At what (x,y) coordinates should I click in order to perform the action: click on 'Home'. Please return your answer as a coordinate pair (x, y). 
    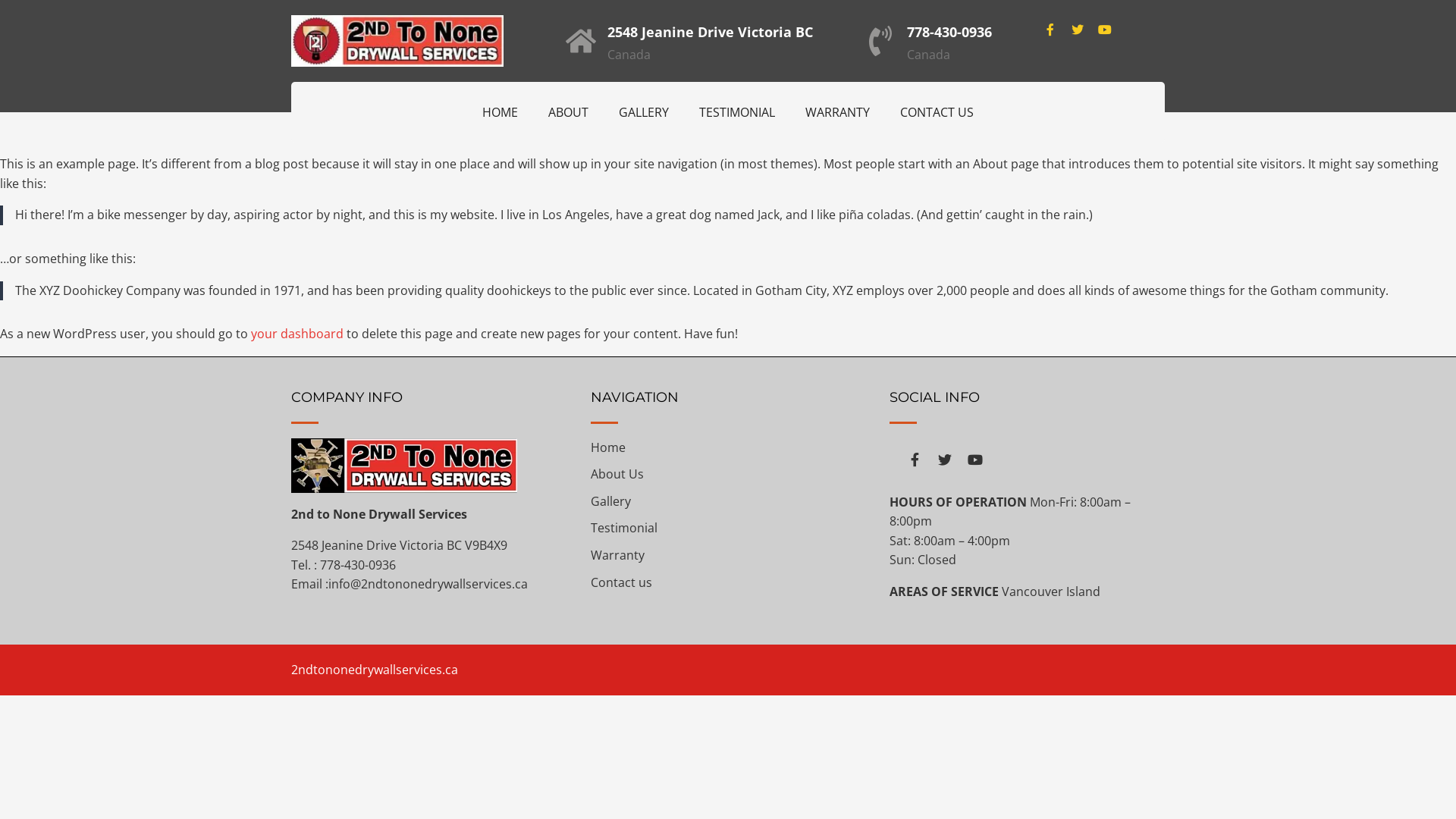
    Looking at the image, I should click on (589, 447).